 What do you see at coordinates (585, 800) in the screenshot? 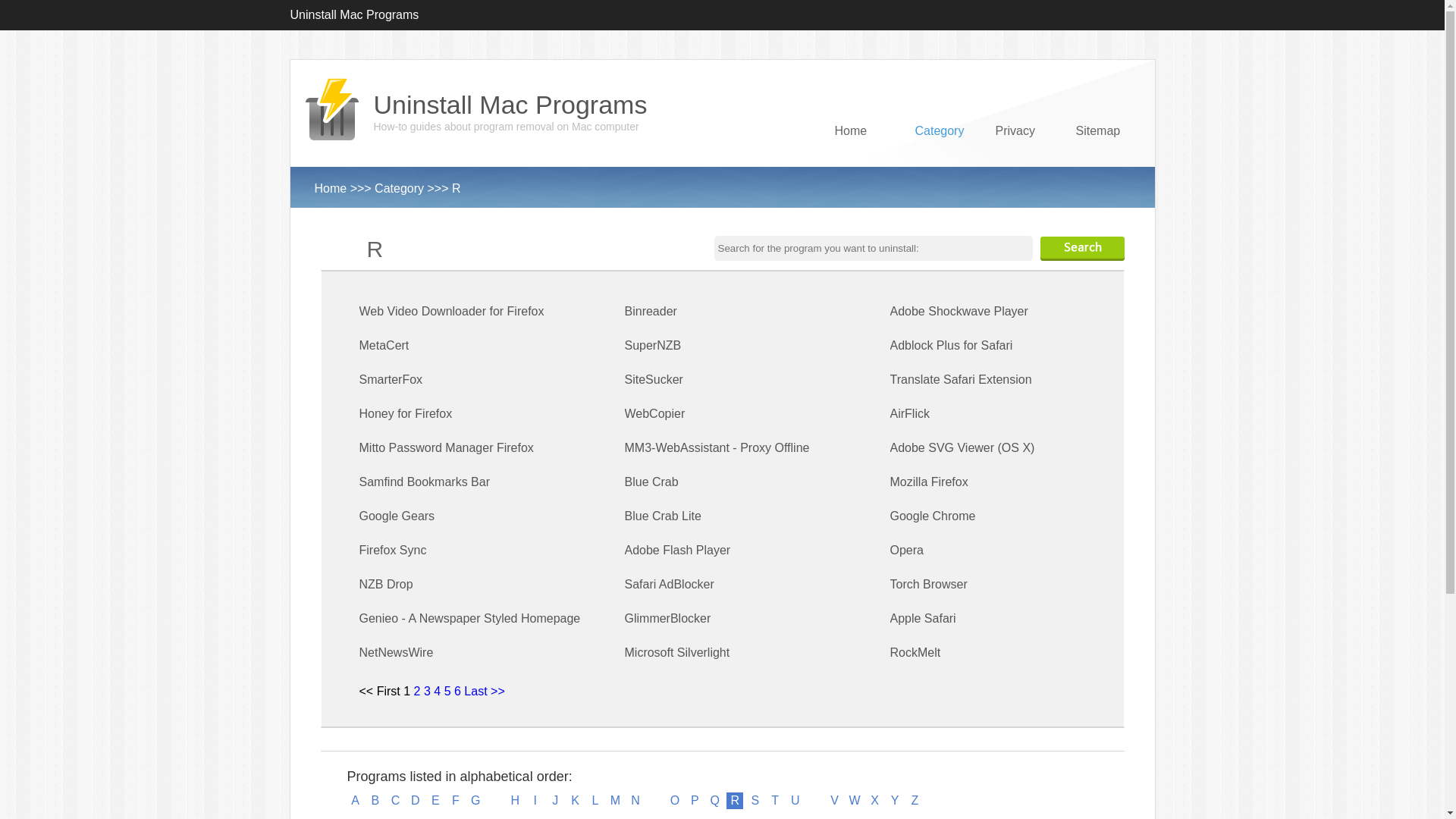
I see `'L'` at bounding box center [585, 800].